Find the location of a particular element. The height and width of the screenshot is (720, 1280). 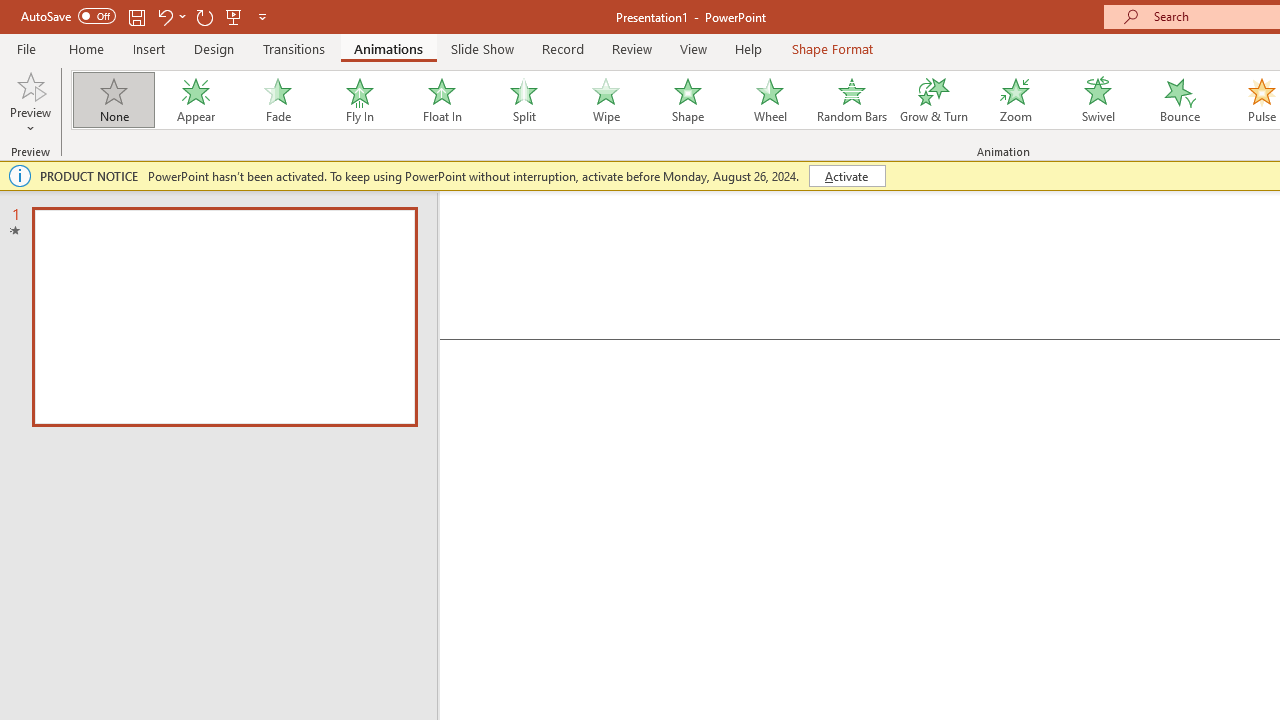

'Split' is located at coordinates (523, 100).